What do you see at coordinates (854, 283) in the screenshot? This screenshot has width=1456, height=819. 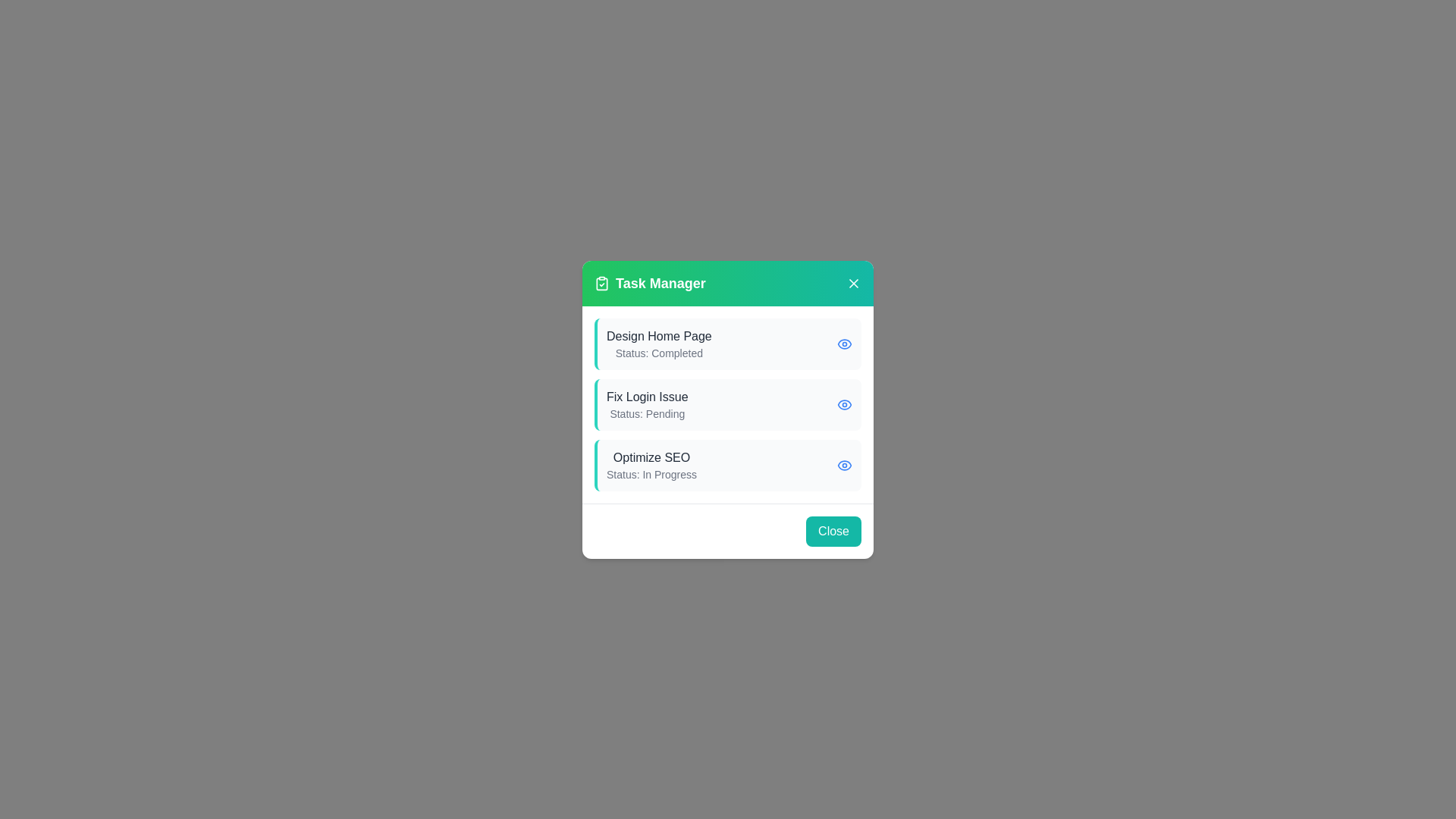 I see `the small 'X' icon button in the upper-right corner of the 'Task Manager' header` at bounding box center [854, 283].